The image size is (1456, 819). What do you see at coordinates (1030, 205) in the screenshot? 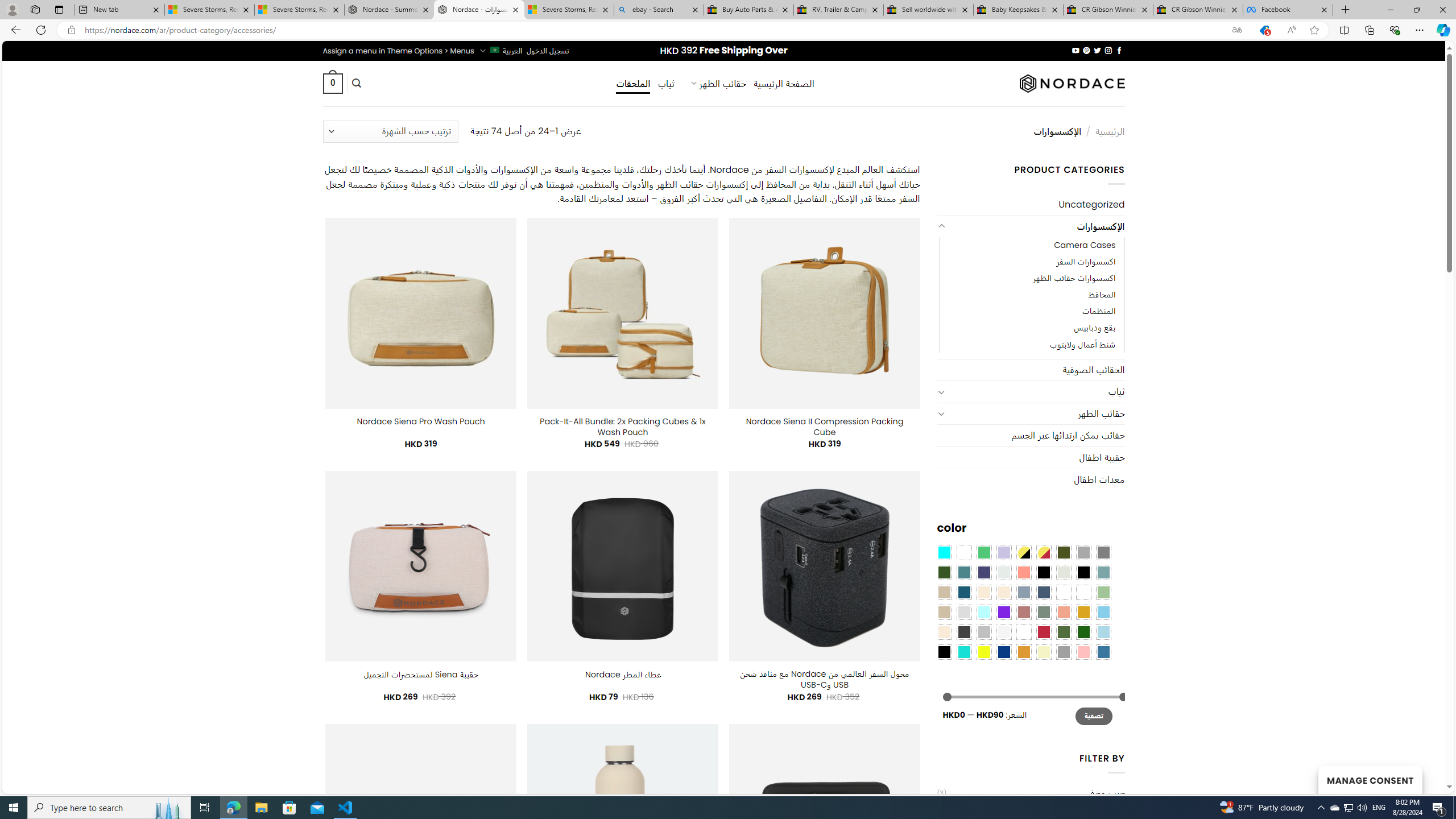
I see `'Uncategorized'` at bounding box center [1030, 205].